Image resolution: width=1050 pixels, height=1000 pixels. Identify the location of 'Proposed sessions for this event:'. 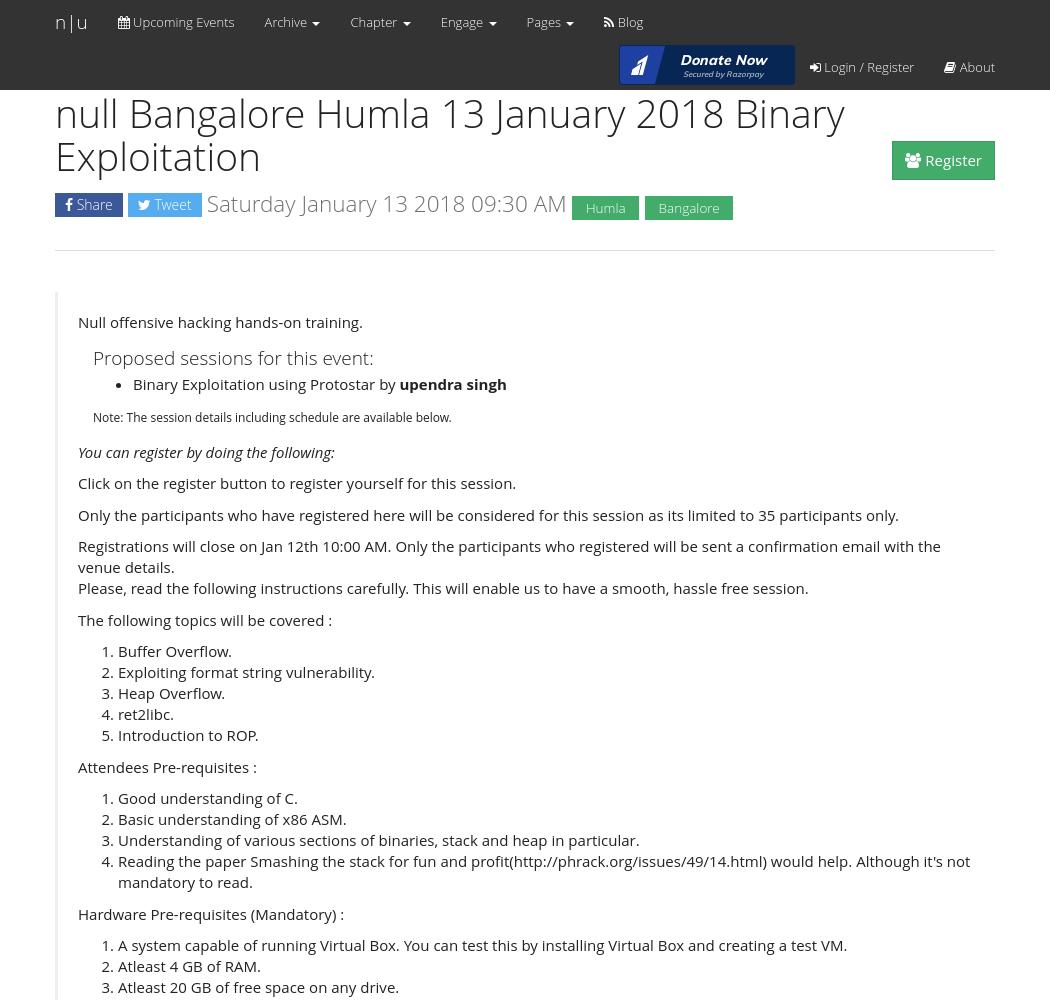
(232, 357).